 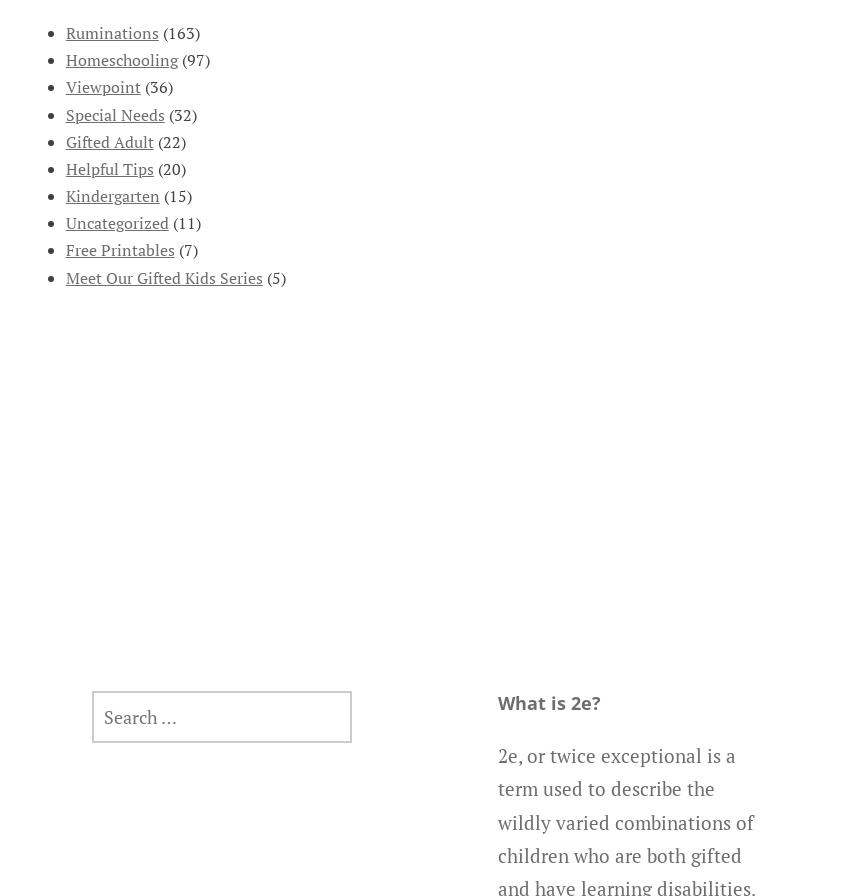 What do you see at coordinates (163, 277) in the screenshot?
I see `'Meet Our Gifted Kids Series'` at bounding box center [163, 277].